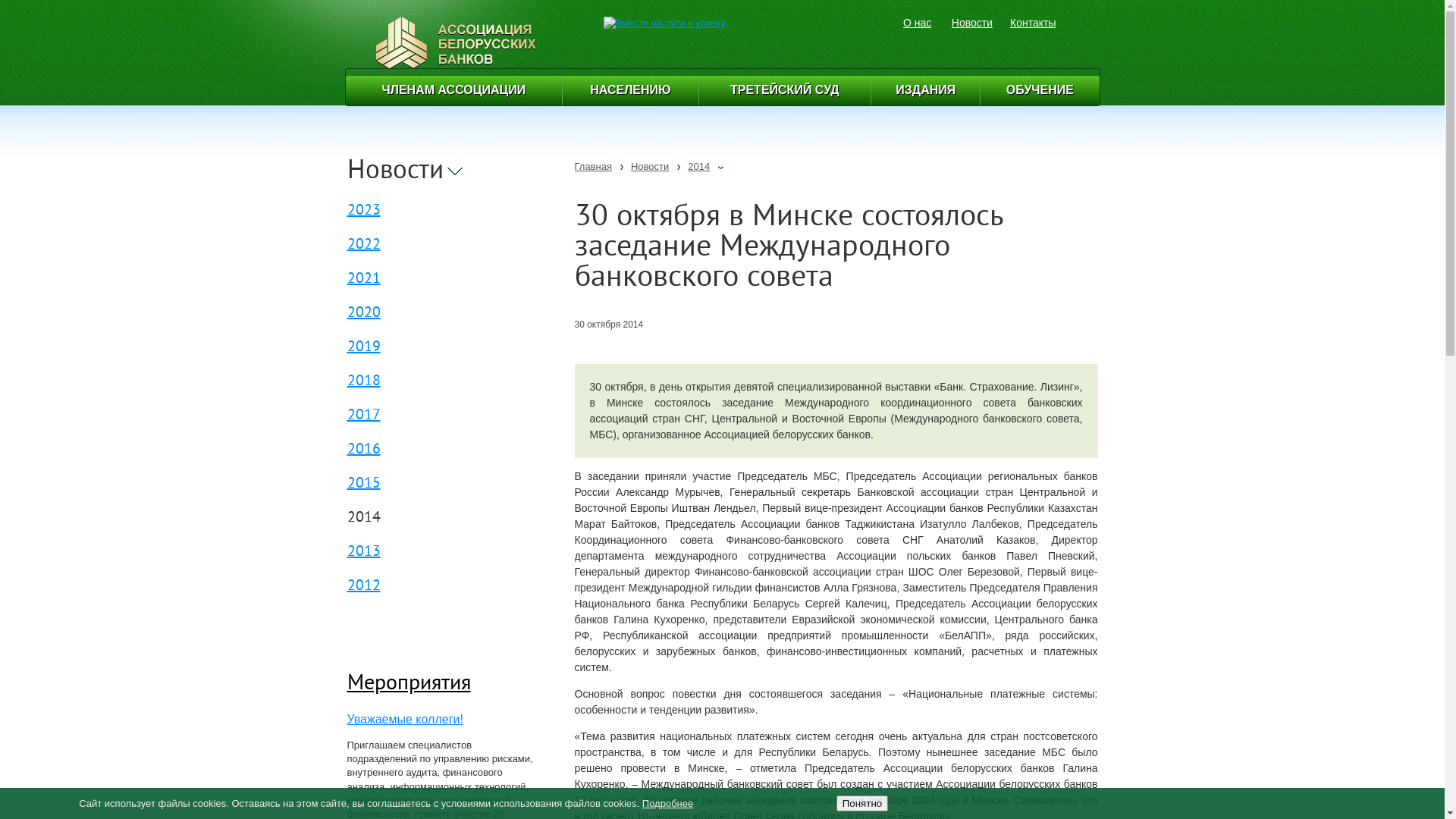 The height and width of the screenshot is (819, 1456). I want to click on '2017', so click(364, 416).